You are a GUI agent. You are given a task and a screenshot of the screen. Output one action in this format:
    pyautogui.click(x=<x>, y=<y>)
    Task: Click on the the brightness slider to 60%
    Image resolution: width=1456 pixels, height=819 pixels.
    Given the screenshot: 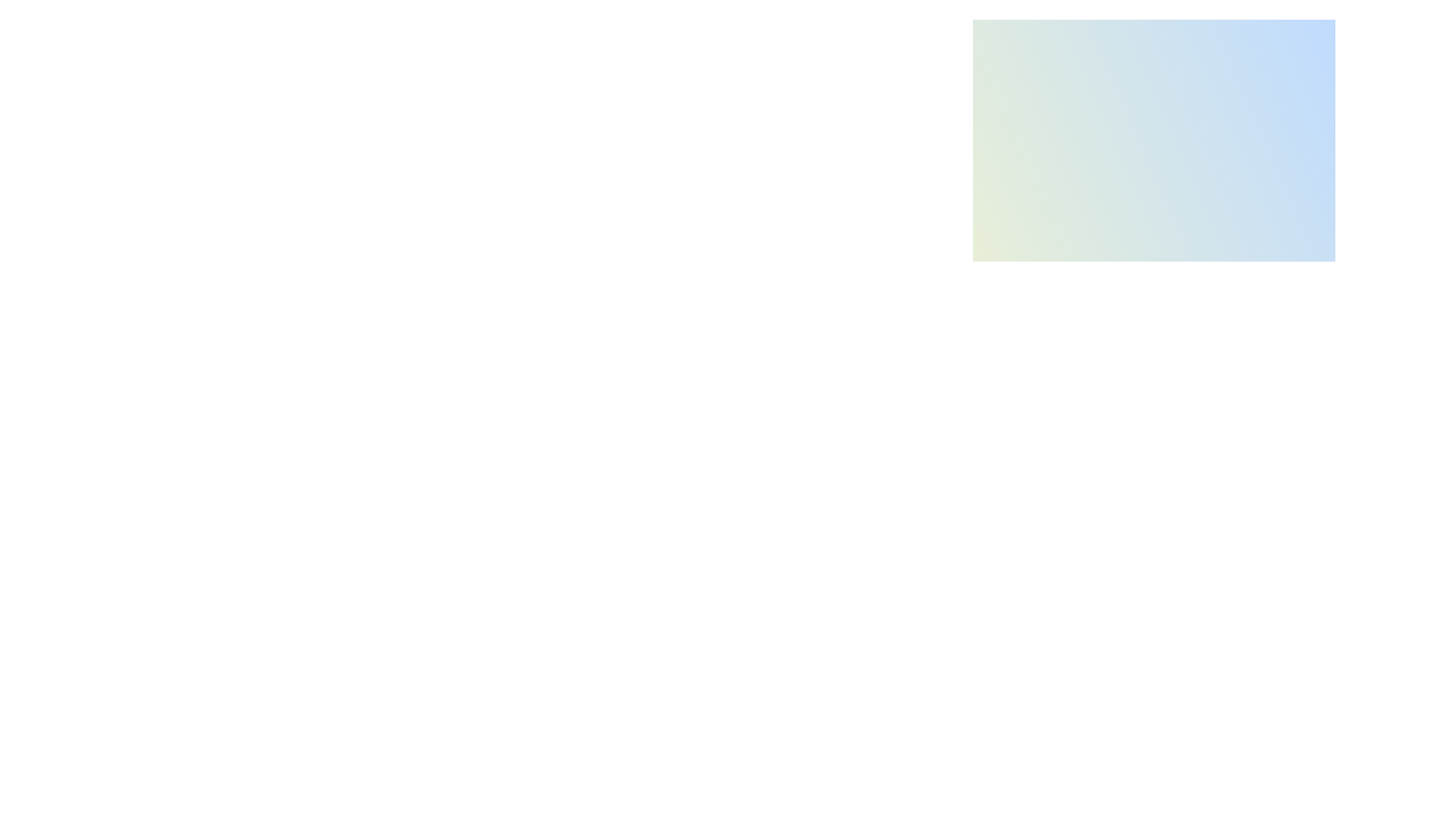 What is the action you would take?
    pyautogui.click(x=1175, y=372)
    